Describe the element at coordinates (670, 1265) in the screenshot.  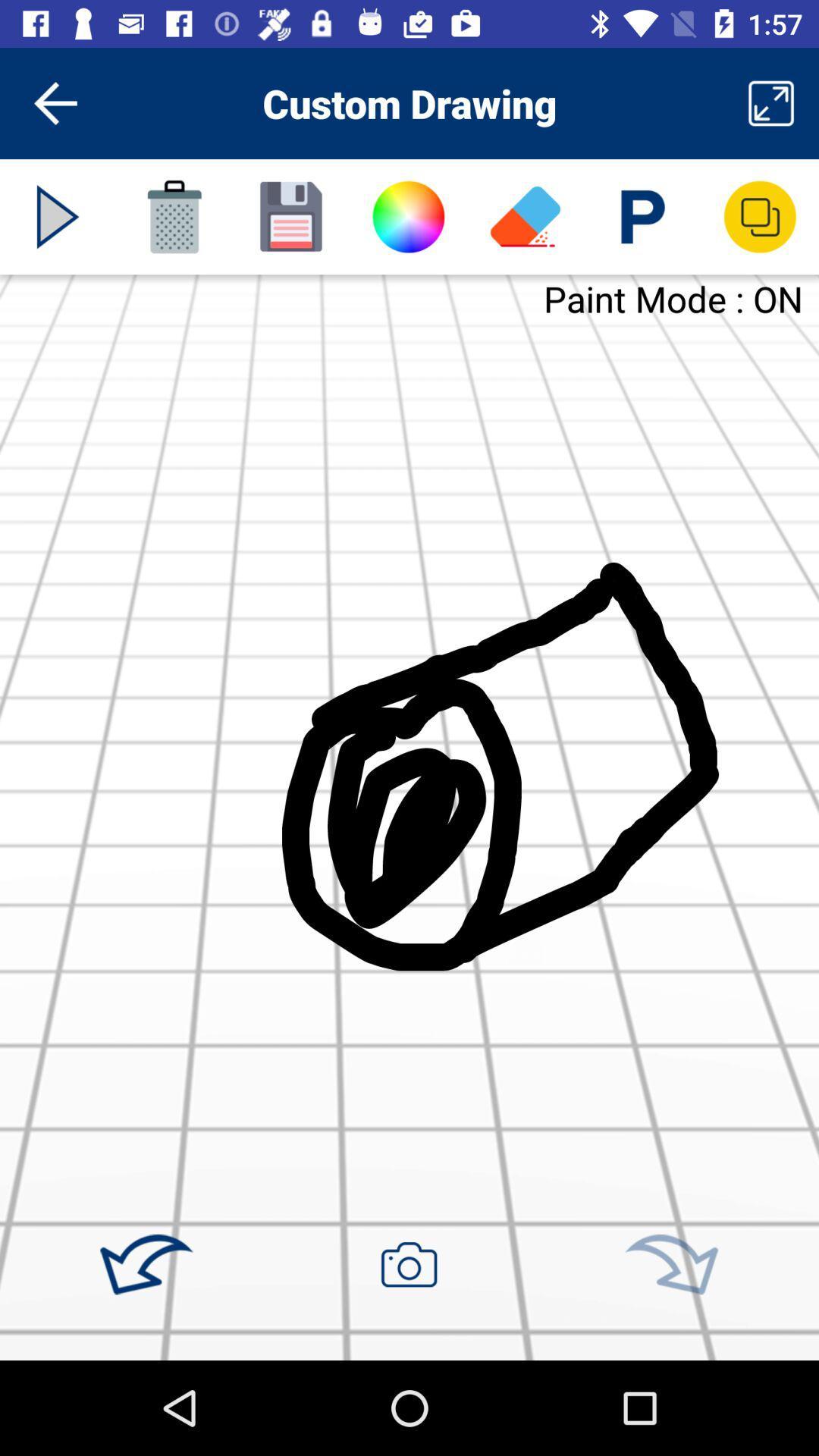
I see `redo step` at that location.